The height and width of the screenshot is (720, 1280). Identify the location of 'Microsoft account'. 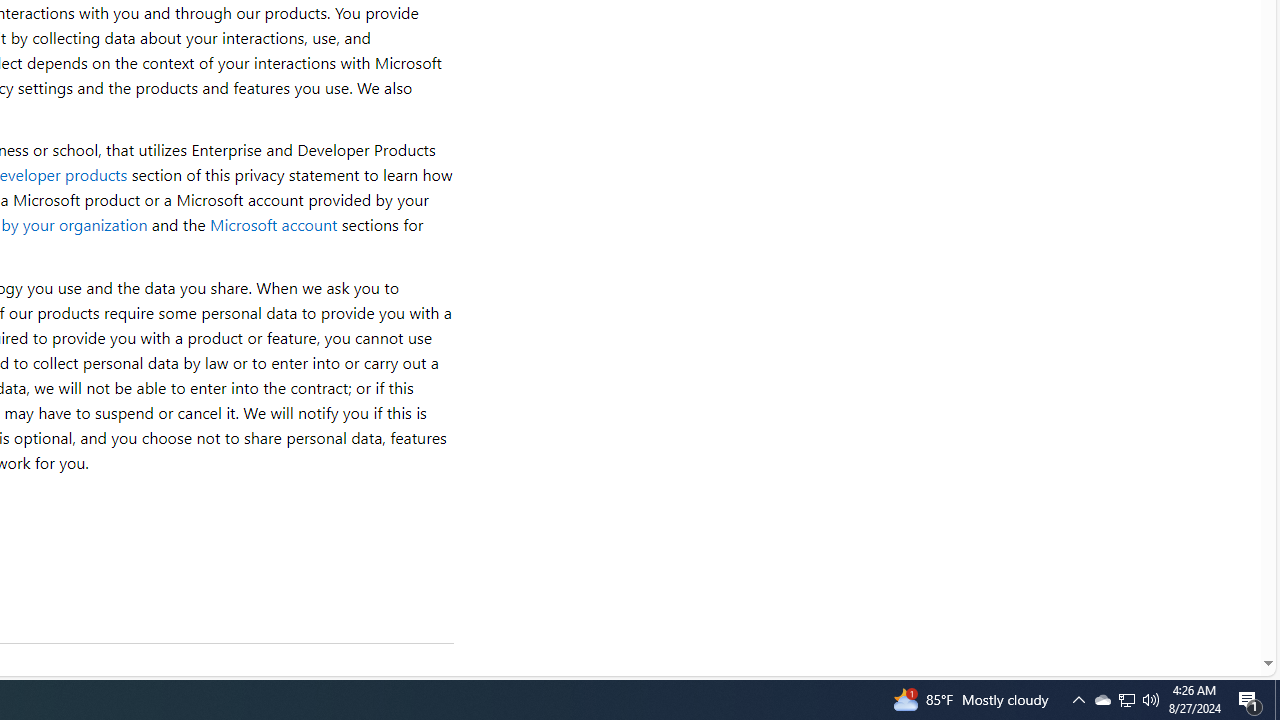
(272, 225).